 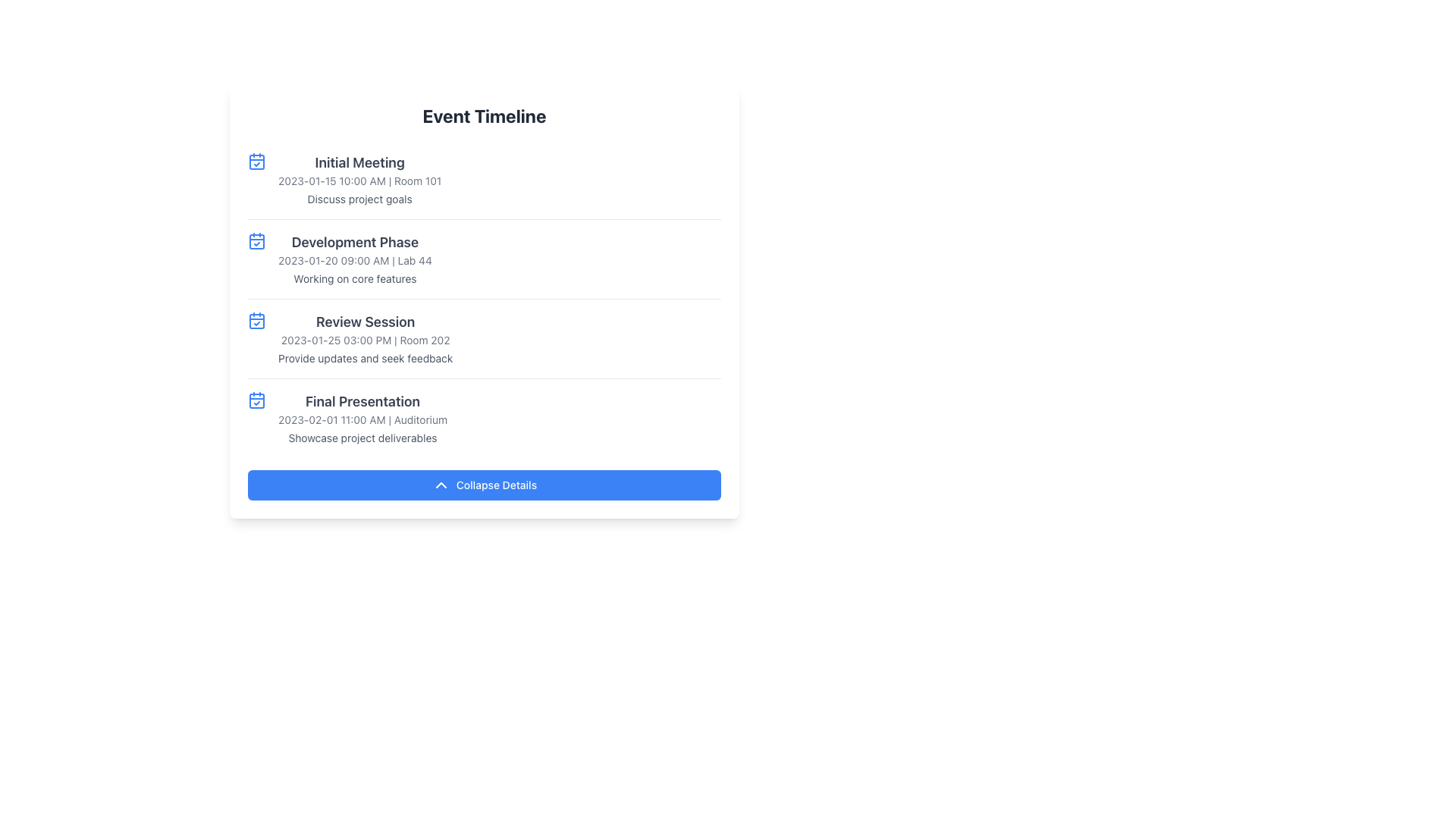 I want to click on the Text Block displaying the event titled 'Initial Meeting', which includes the date, time, location, and a brief description, so click(x=359, y=178).